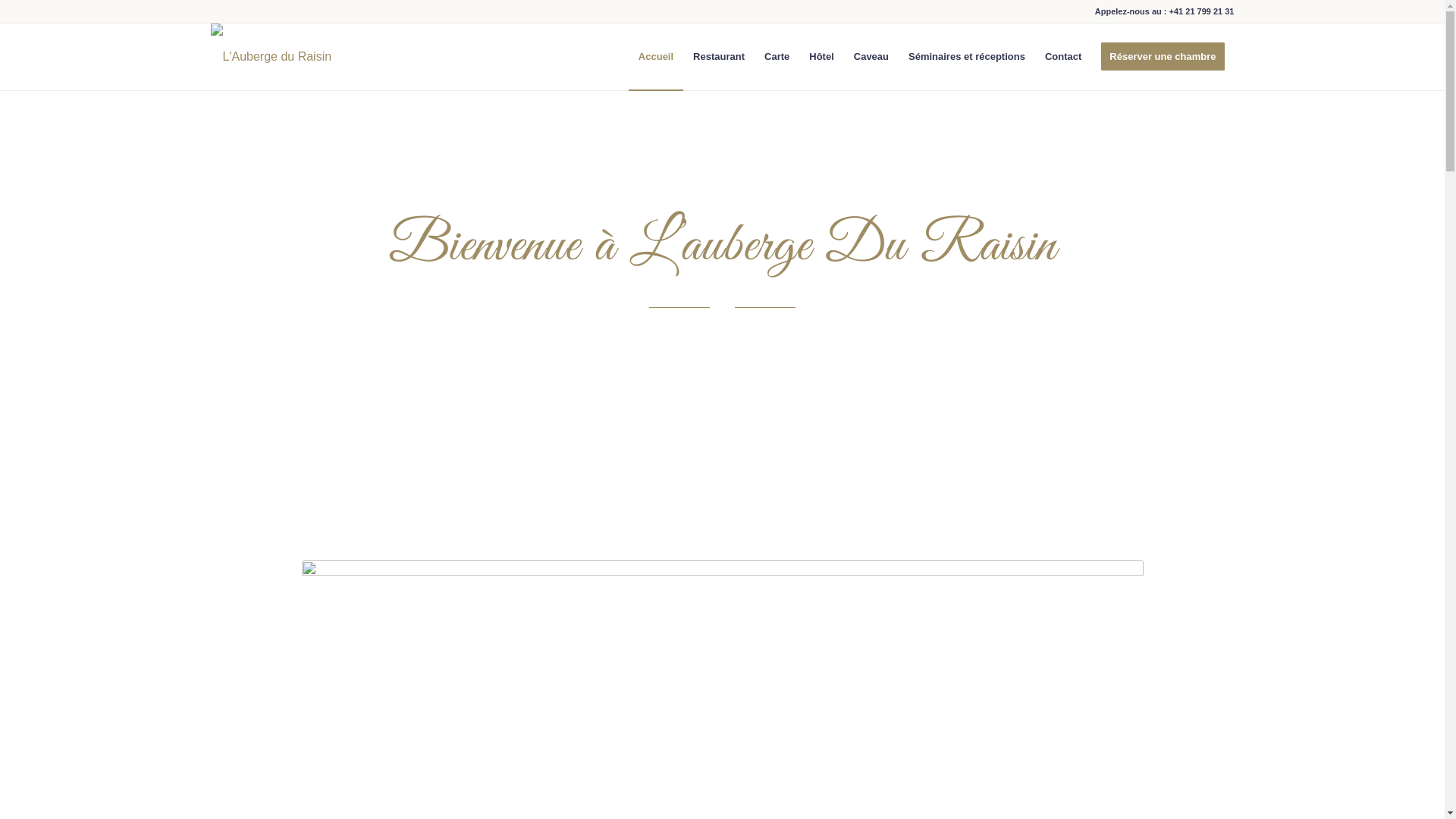  What do you see at coordinates (655, 55) in the screenshot?
I see `'Accueil'` at bounding box center [655, 55].